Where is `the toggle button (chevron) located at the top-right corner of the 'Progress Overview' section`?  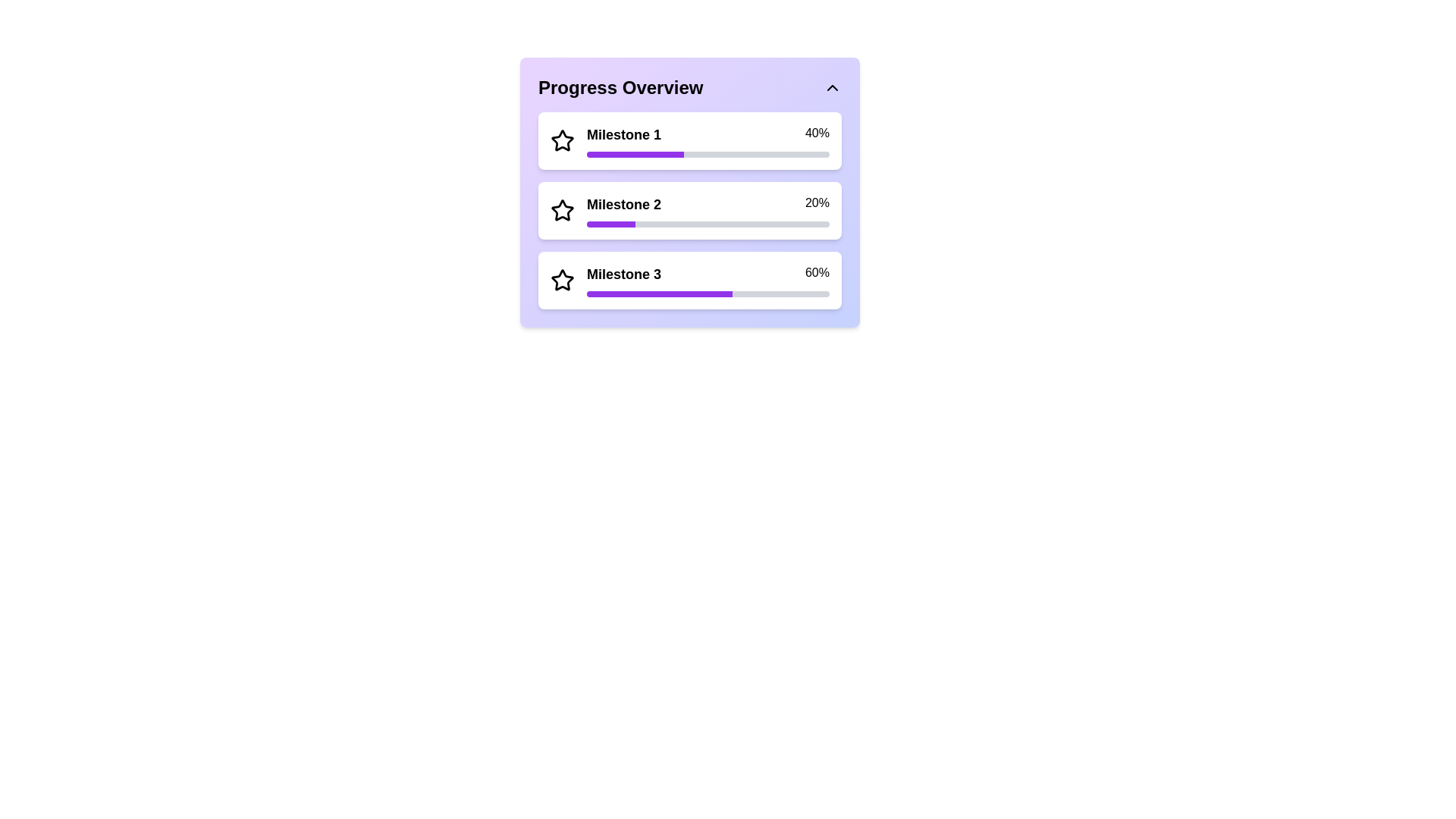
the toggle button (chevron) located at the top-right corner of the 'Progress Overview' section is located at coordinates (832, 87).